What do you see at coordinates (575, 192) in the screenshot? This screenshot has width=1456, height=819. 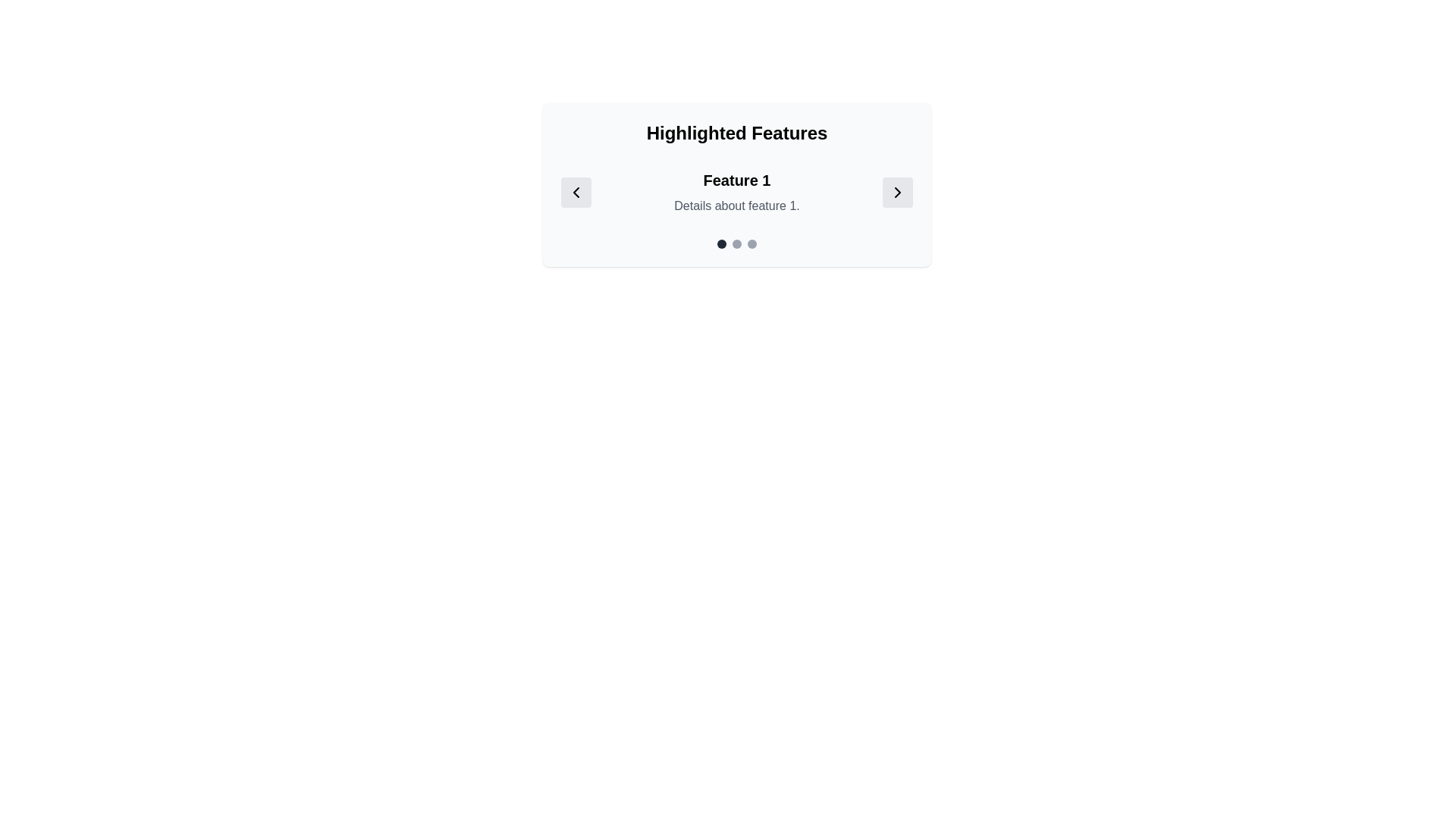 I see `the small triangular left-pointing arrow icon, which is part of the left-chevron icon in the 'Highlighted Features' navigation section` at bounding box center [575, 192].